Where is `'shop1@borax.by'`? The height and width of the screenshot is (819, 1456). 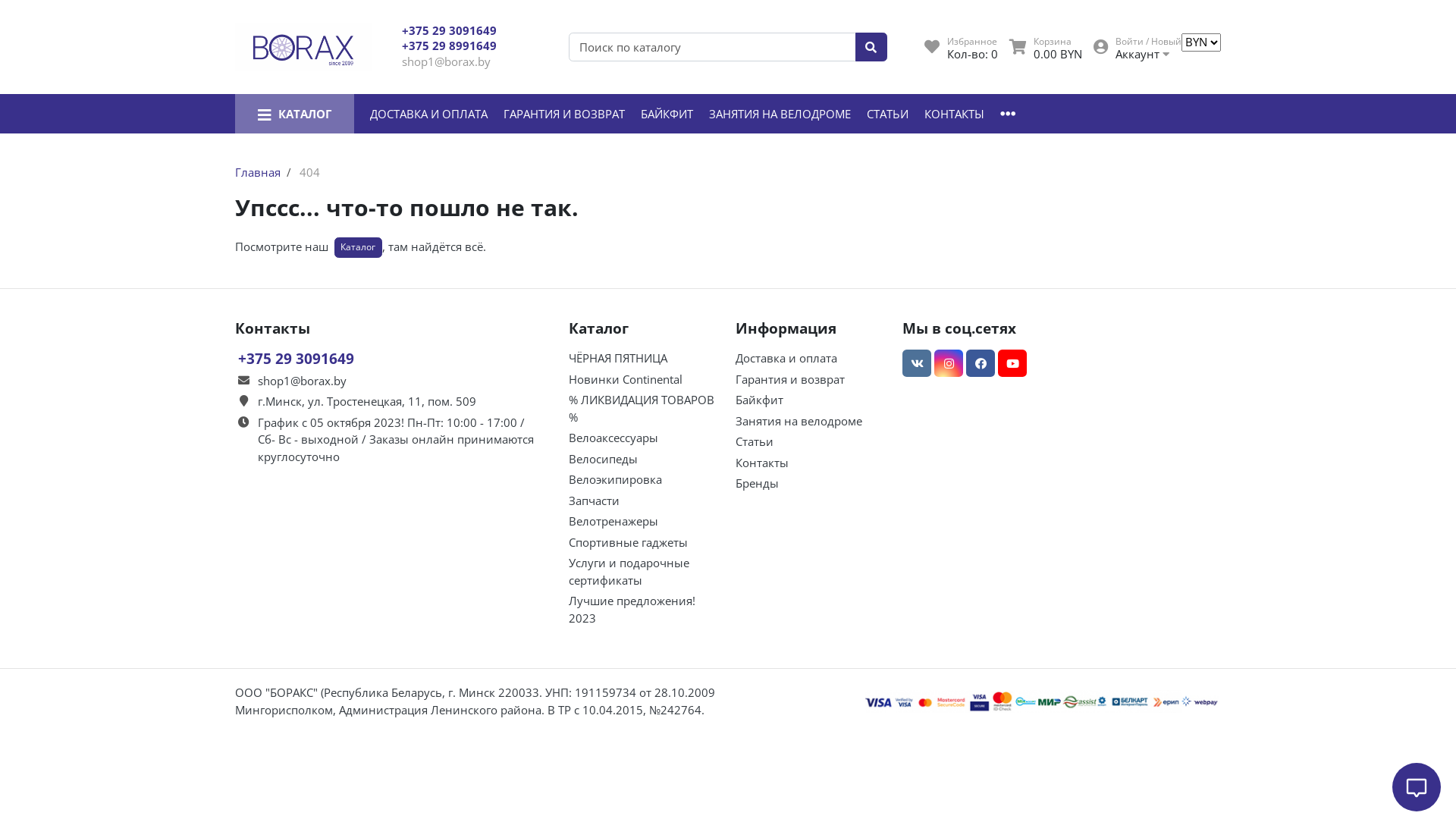
'shop1@borax.by' is located at coordinates (302, 379).